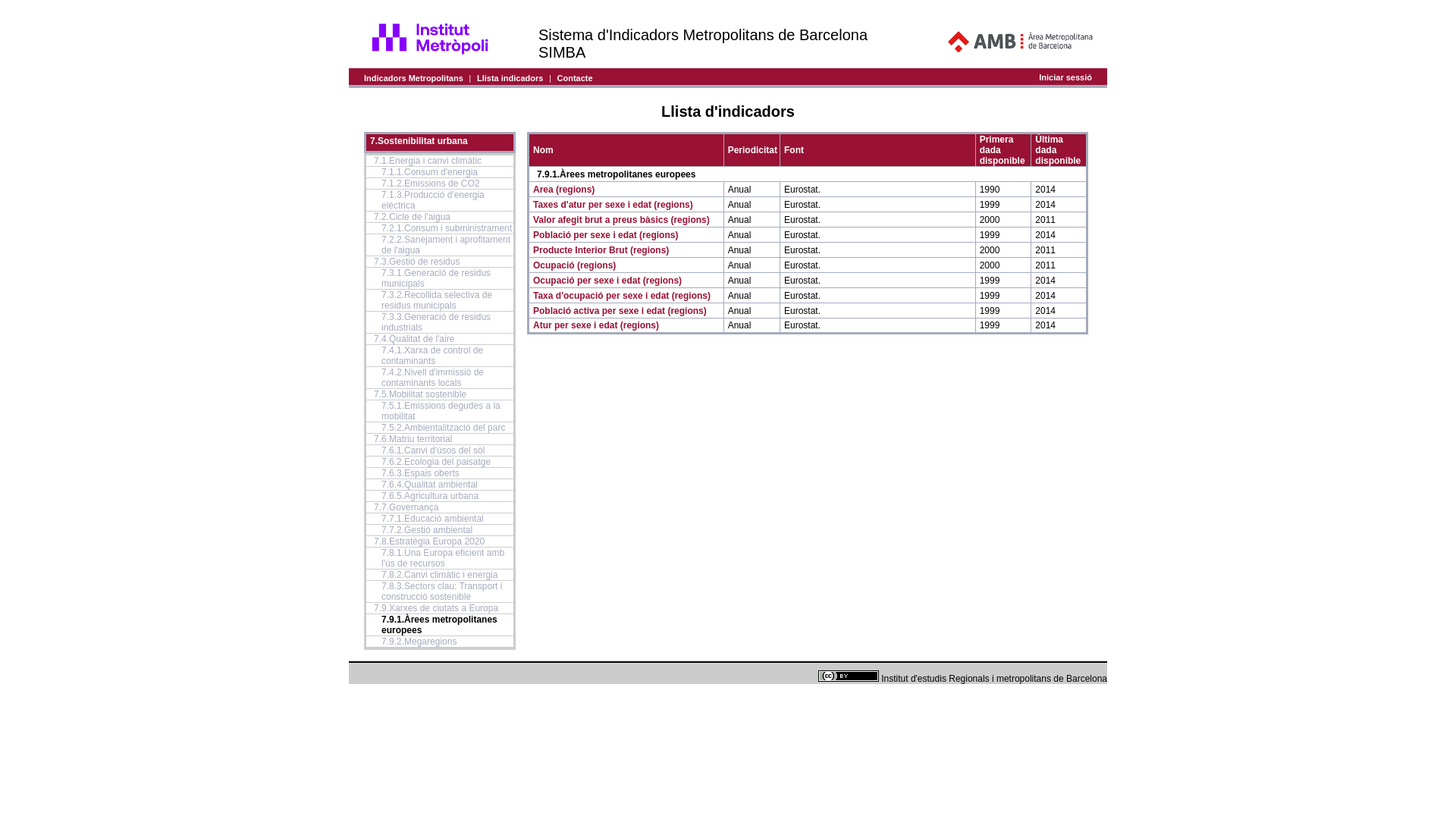  What do you see at coordinates (381, 472) in the screenshot?
I see `'7.6.3.Espais oberts'` at bounding box center [381, 472].